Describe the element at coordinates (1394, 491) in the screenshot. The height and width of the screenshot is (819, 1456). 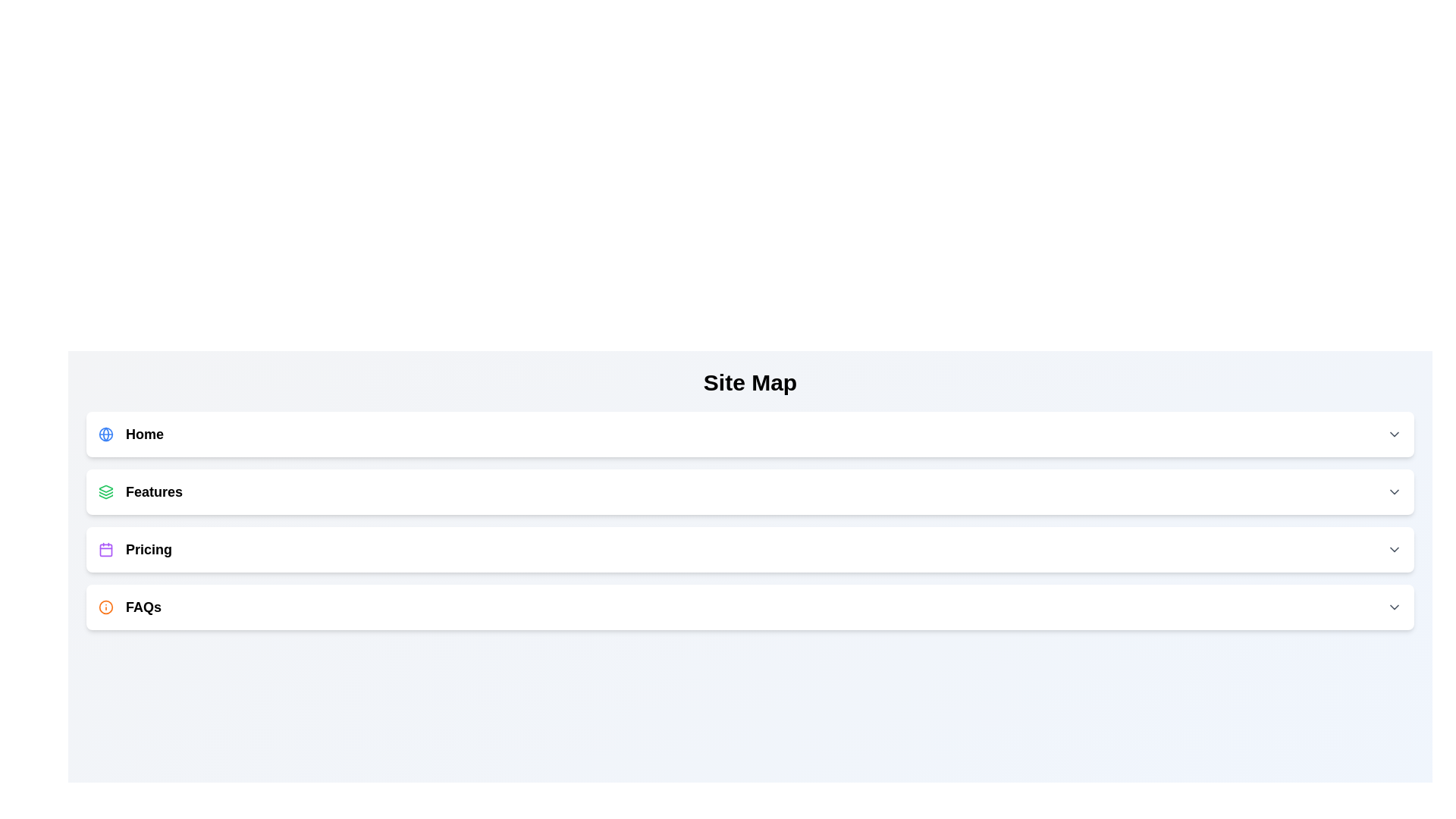
I see `the small downward arrow icon at the far right of the 'Features' row` at that location.